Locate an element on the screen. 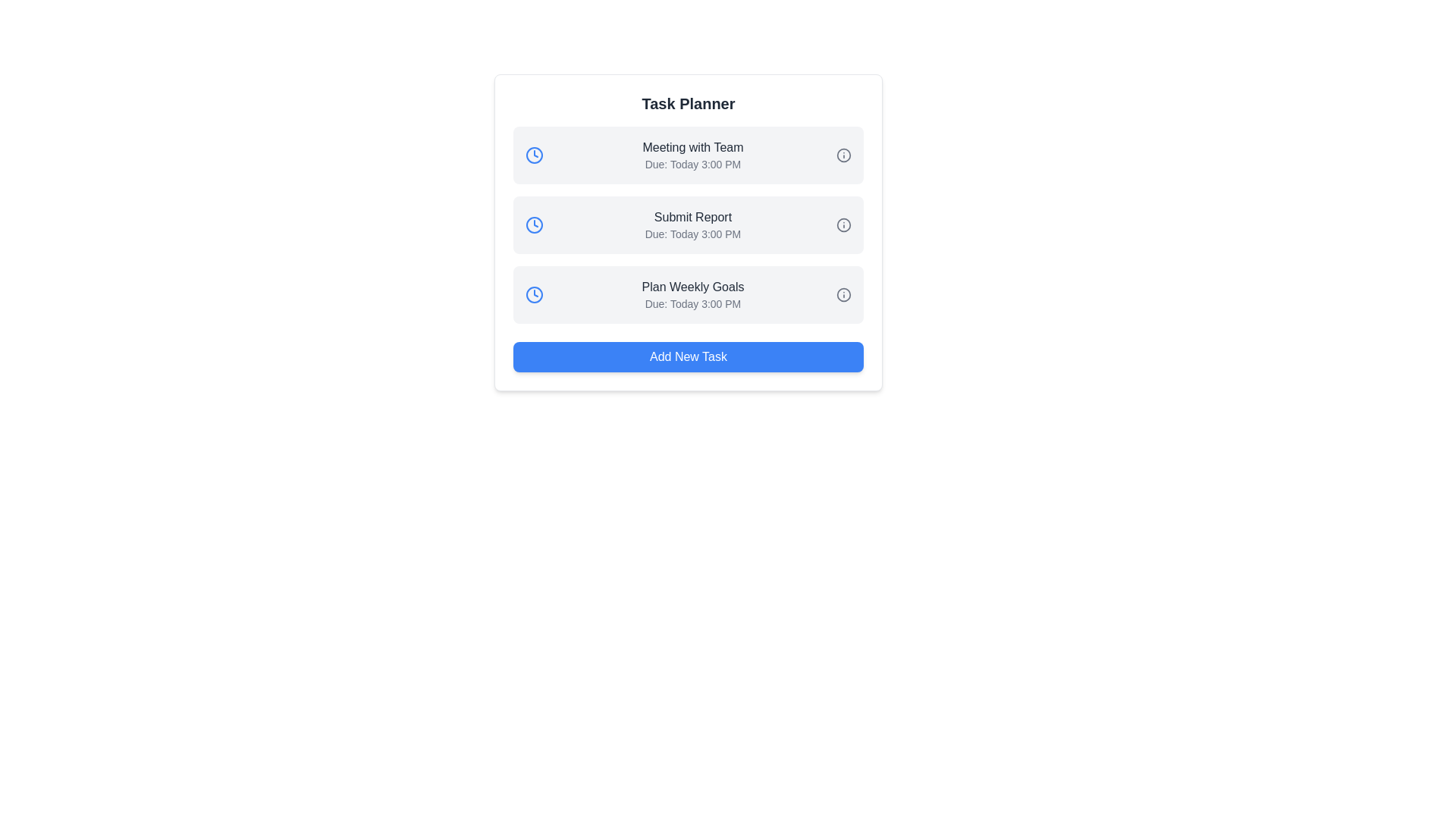 The image size is (1456, 819). the SVG circle graphic within the interactive icon located to the right of the list item 'Meeting with Team' is located at coordinates (843, 155).